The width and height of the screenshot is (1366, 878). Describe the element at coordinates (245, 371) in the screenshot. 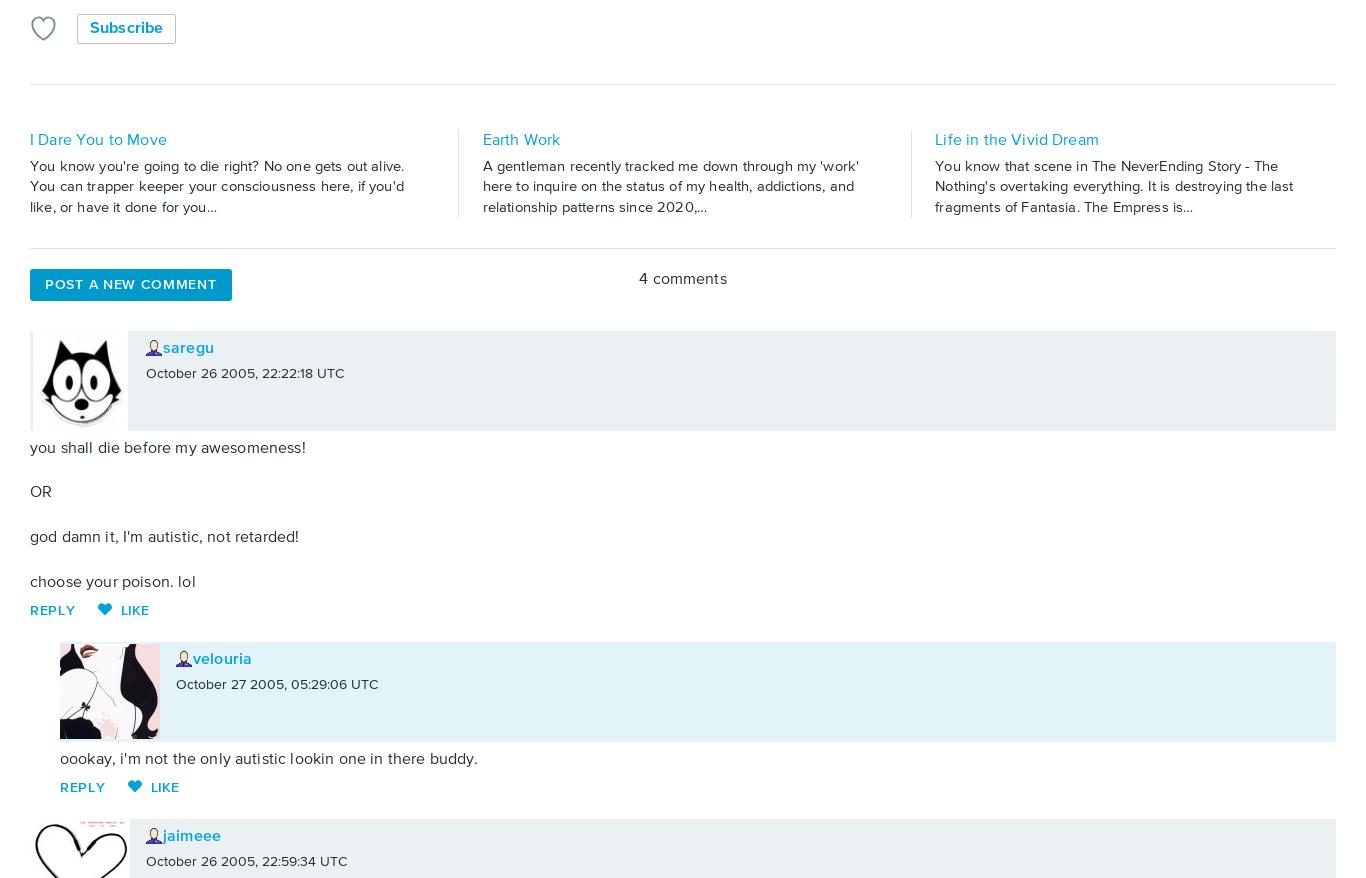

I see `'October 26 2005, 22:22:18 UTC'` at that location.